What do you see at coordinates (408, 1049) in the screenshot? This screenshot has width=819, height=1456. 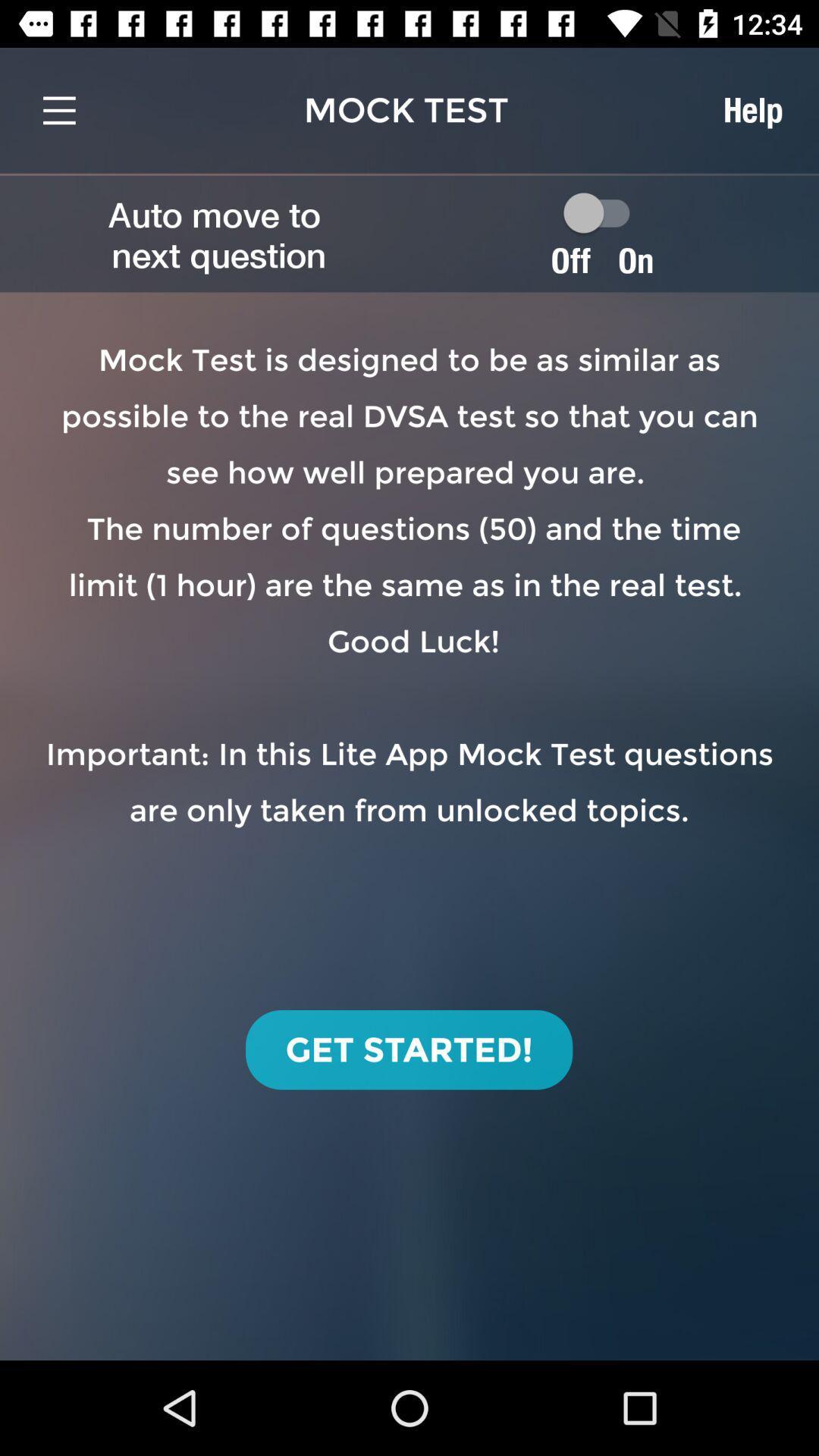 I see `icon below mock test is item` at bounding box center [408, 1049].